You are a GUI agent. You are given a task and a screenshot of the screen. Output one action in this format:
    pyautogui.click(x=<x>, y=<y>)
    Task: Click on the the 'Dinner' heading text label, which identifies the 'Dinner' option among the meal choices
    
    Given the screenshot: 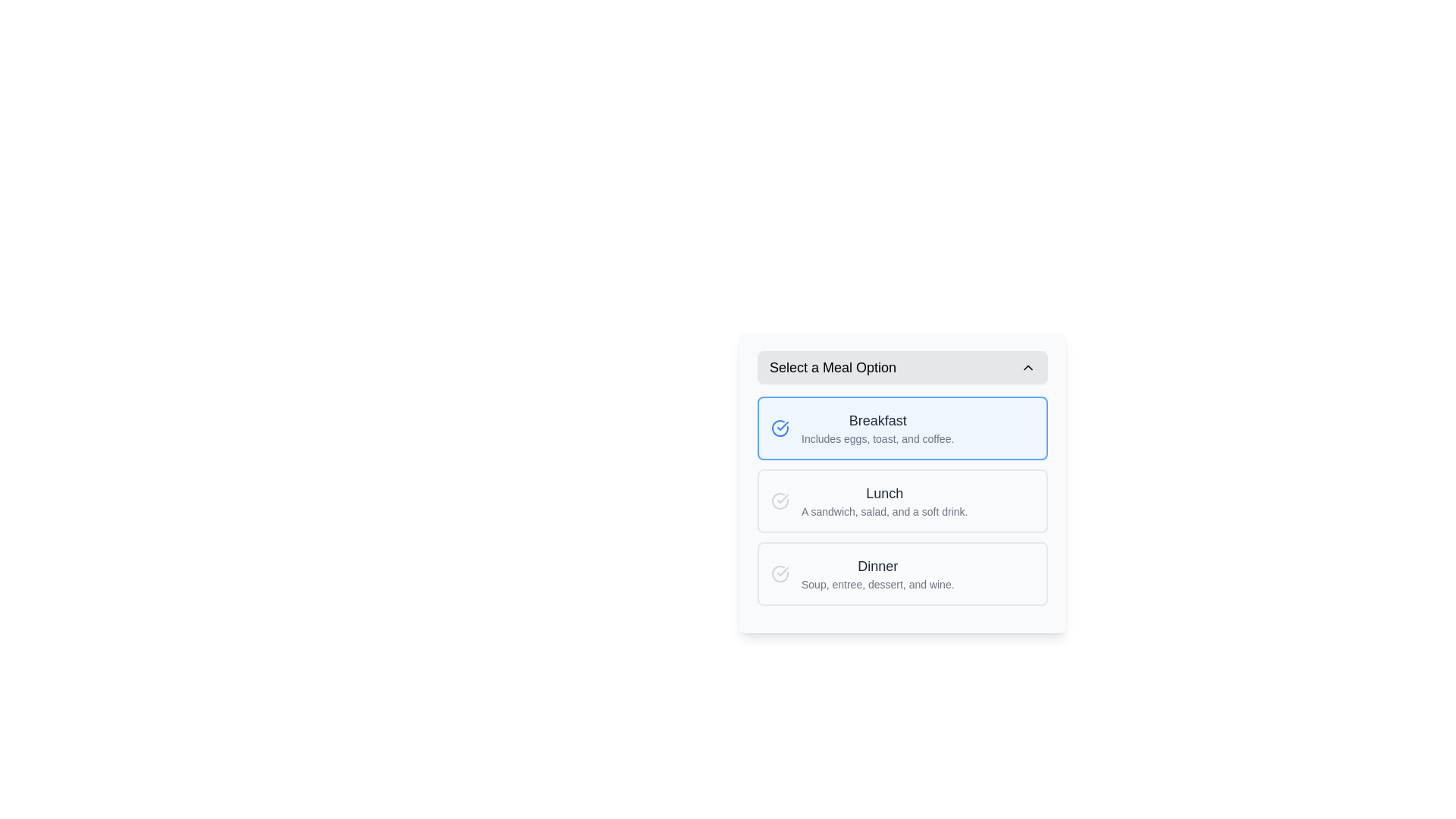 What is the action you would take?
    pyautogui.click(x=877, y=566)
    